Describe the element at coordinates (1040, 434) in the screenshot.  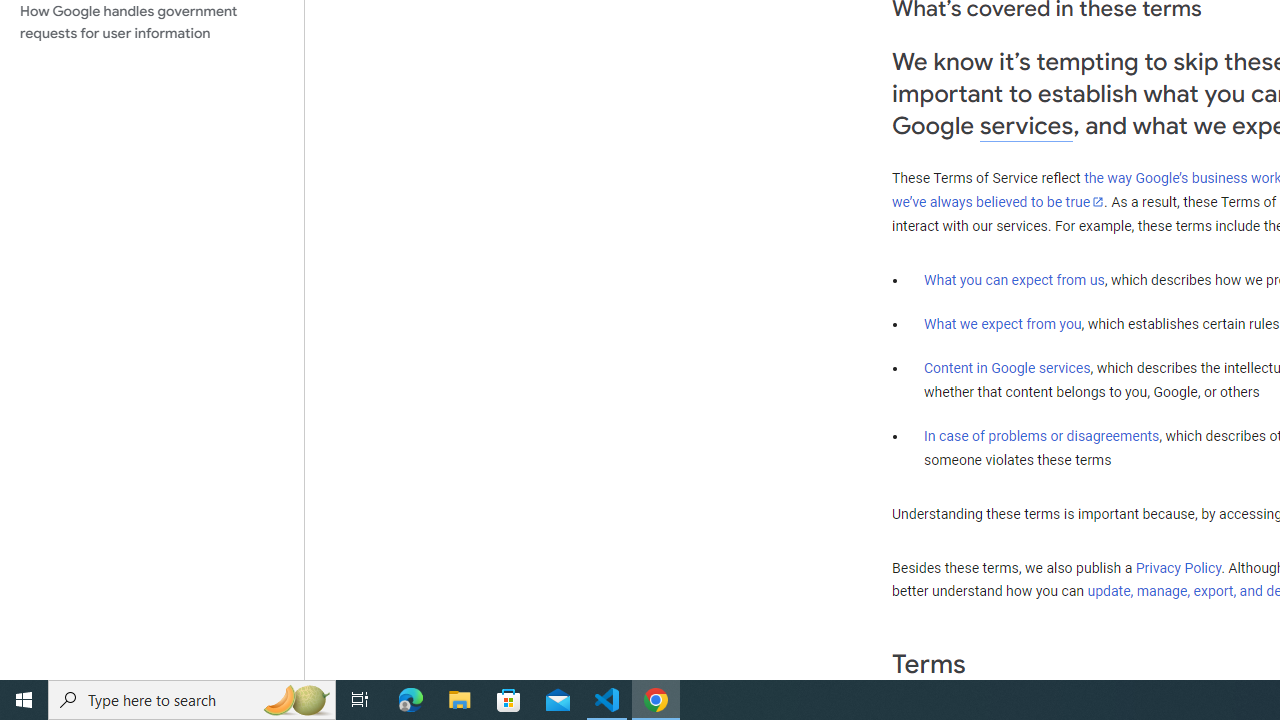
I see `'In case of problems or disagreements'` at that location.